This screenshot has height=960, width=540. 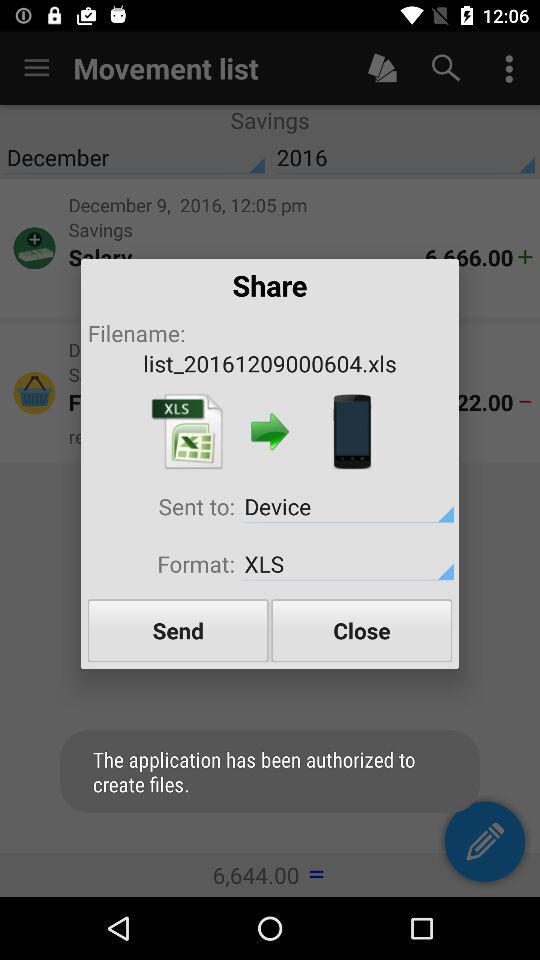 I want to click on xls file, so click(x=187, y=431).